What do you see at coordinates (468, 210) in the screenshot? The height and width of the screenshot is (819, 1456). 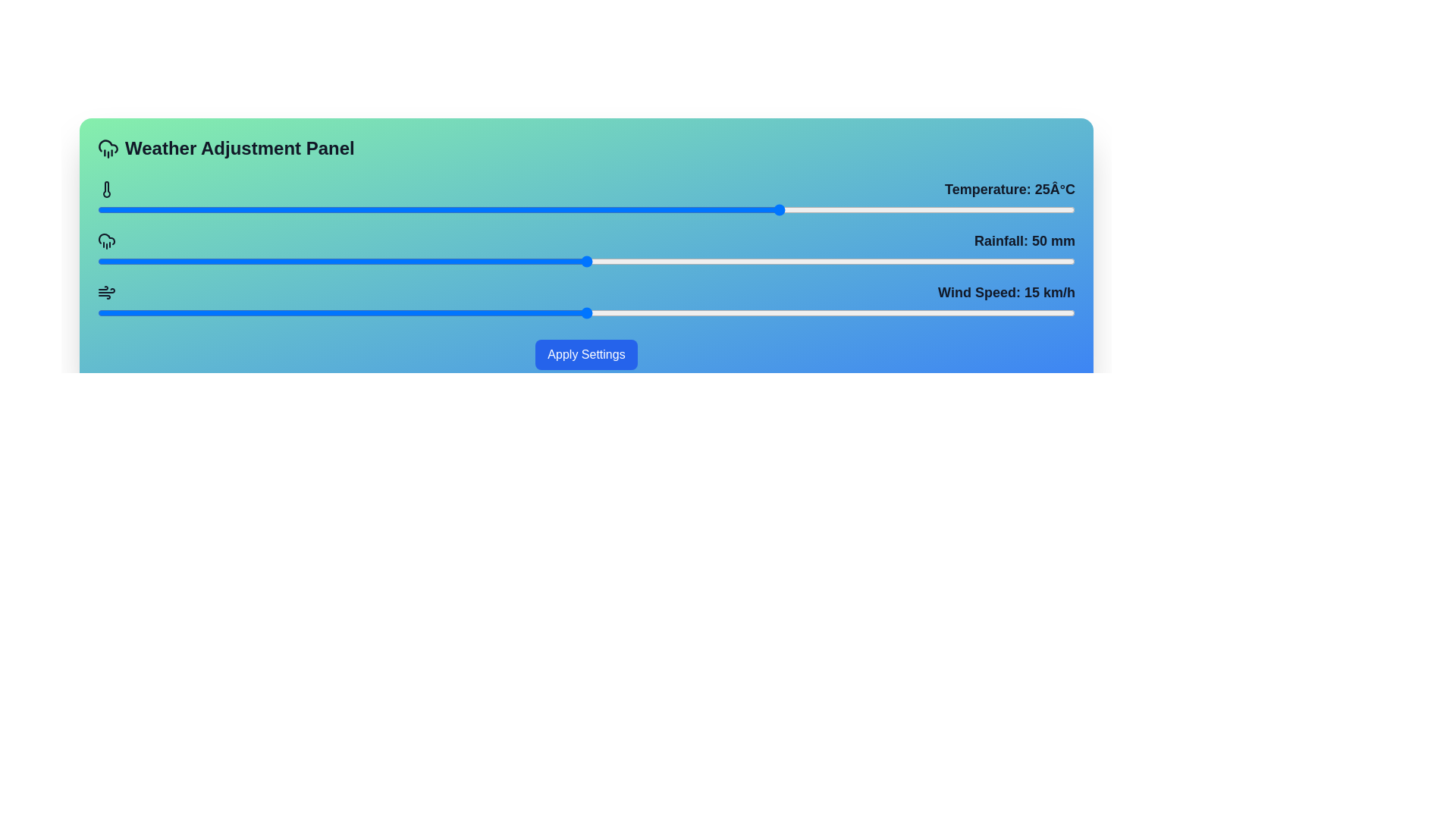 I see `the temperature slider` at bounding box center [468, 210].